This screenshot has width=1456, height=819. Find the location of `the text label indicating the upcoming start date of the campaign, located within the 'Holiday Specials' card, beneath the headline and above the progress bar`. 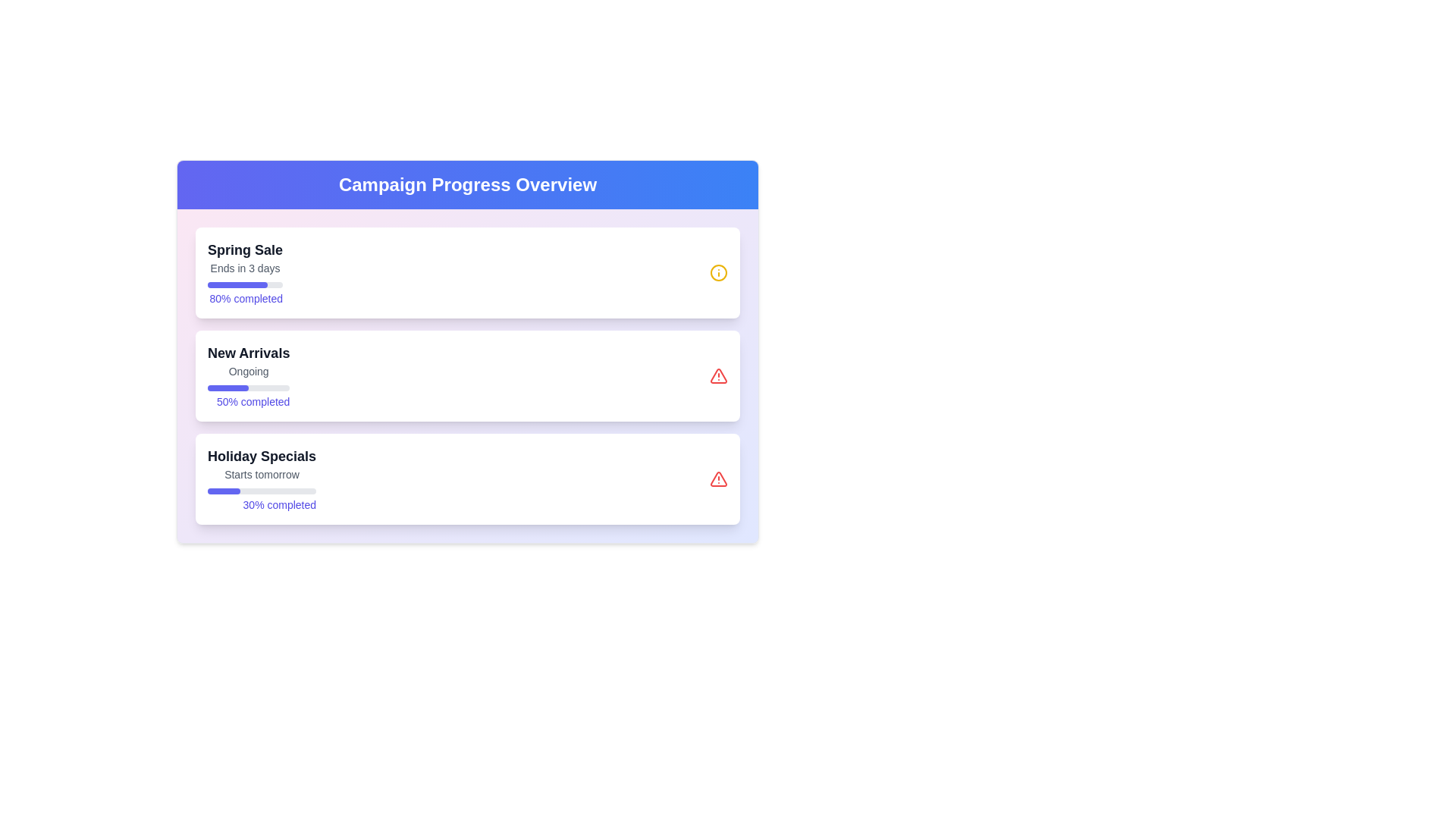

the text label indicating the upcoming start date of the campaign, located within the 'Holiday Specials' card, beneath the headline and above the progress bar is located at coordinates (262, 473).